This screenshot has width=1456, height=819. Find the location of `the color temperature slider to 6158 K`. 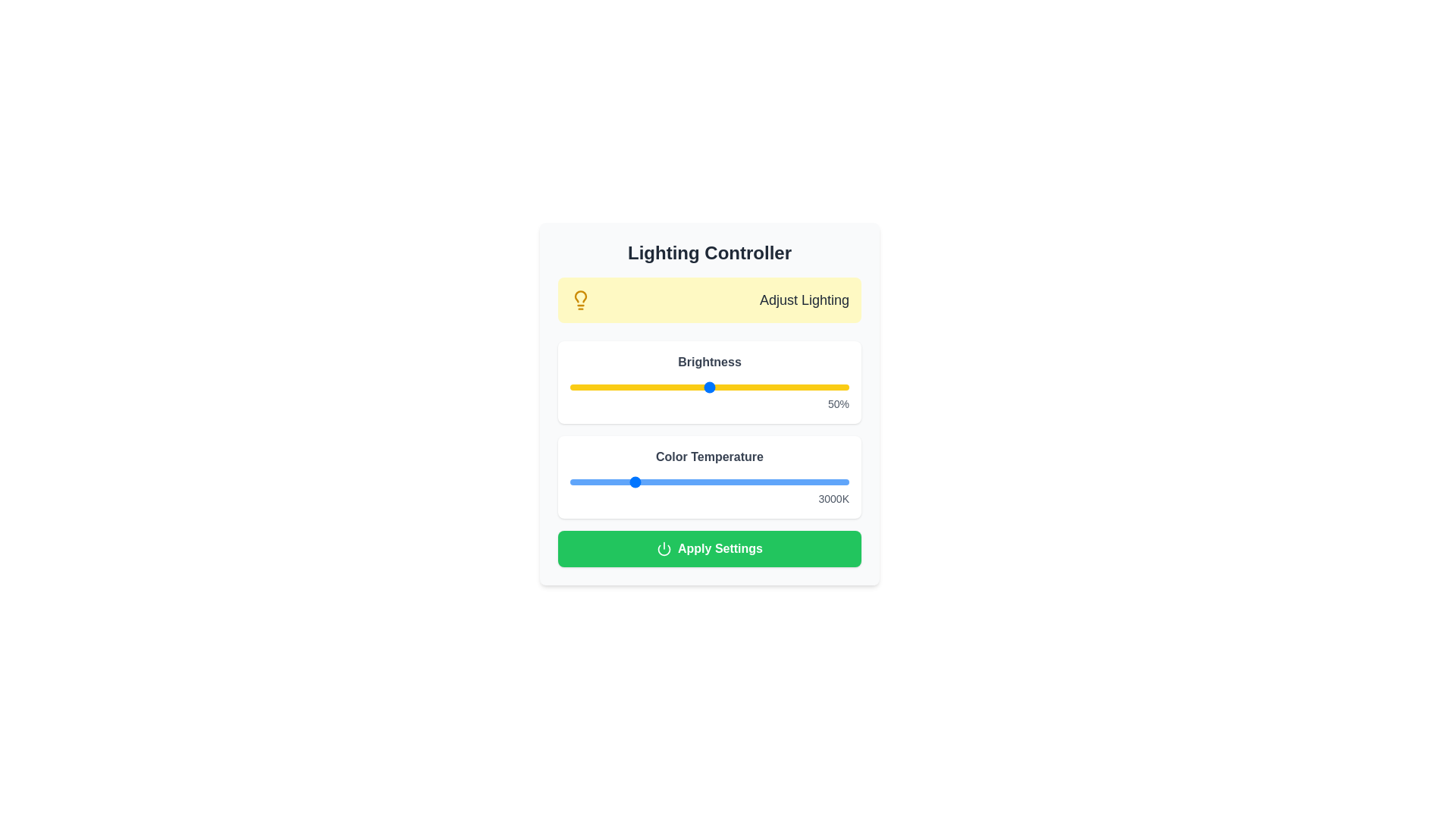

the color temperature slider to 6158 K is located at coordinates (730, 482).